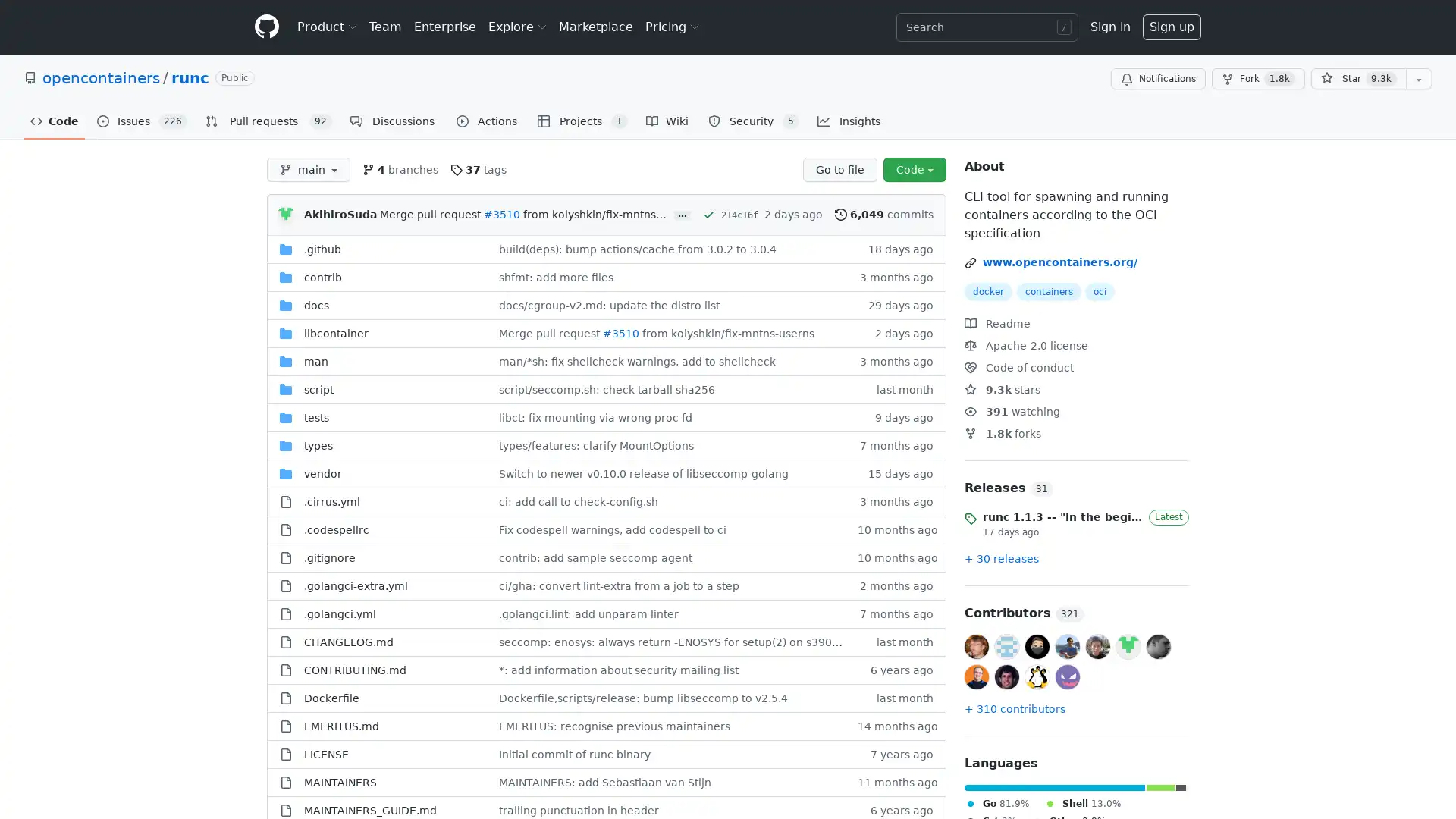 The height and width of the screenshot is (819, 1456). Describe the element at coordinates (1418, 79) in the screenshot. I see `You must be signed in to add this repository to a list` at that location.